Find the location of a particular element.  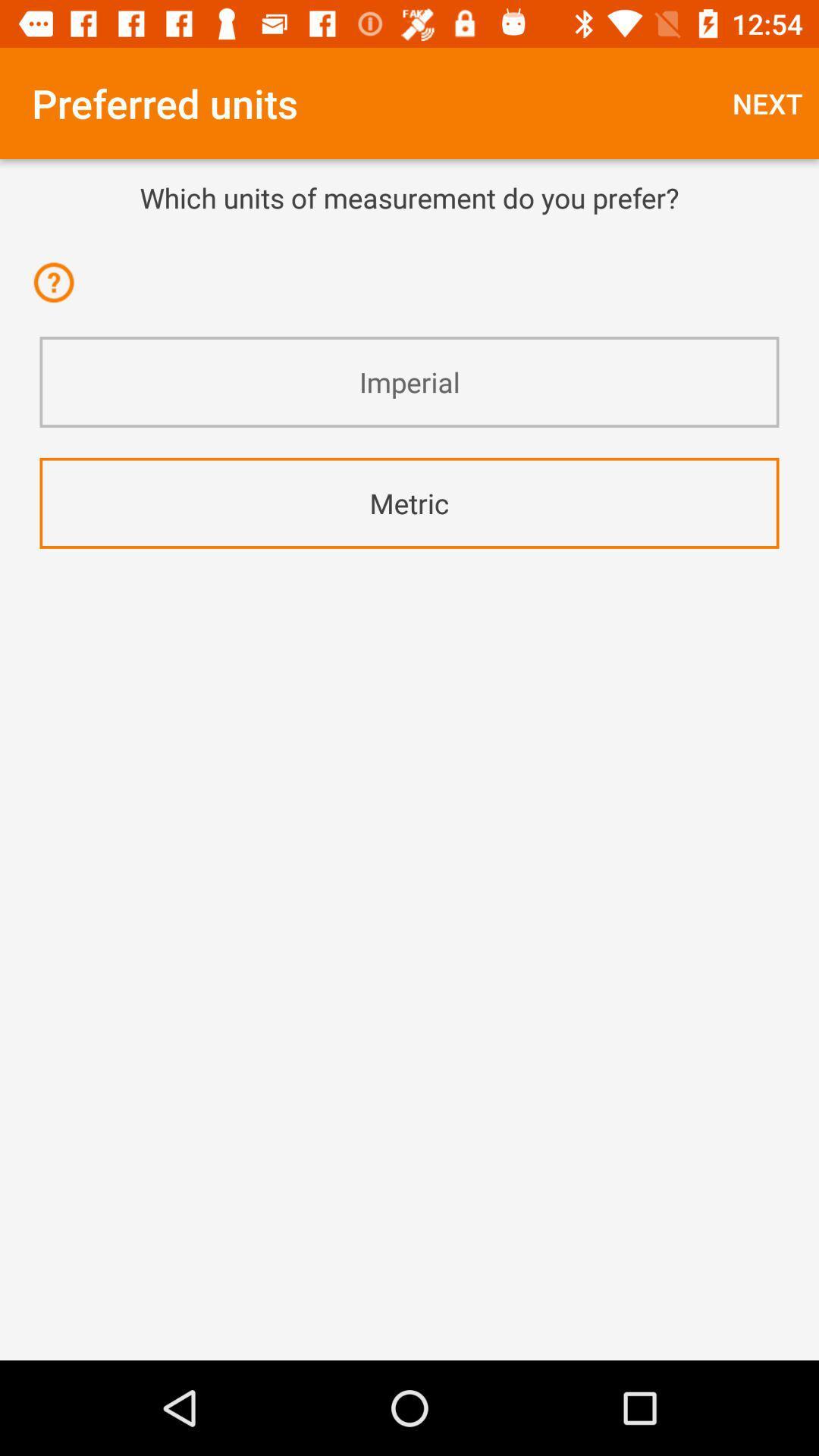

metric item is located at coordinates (409, 503).